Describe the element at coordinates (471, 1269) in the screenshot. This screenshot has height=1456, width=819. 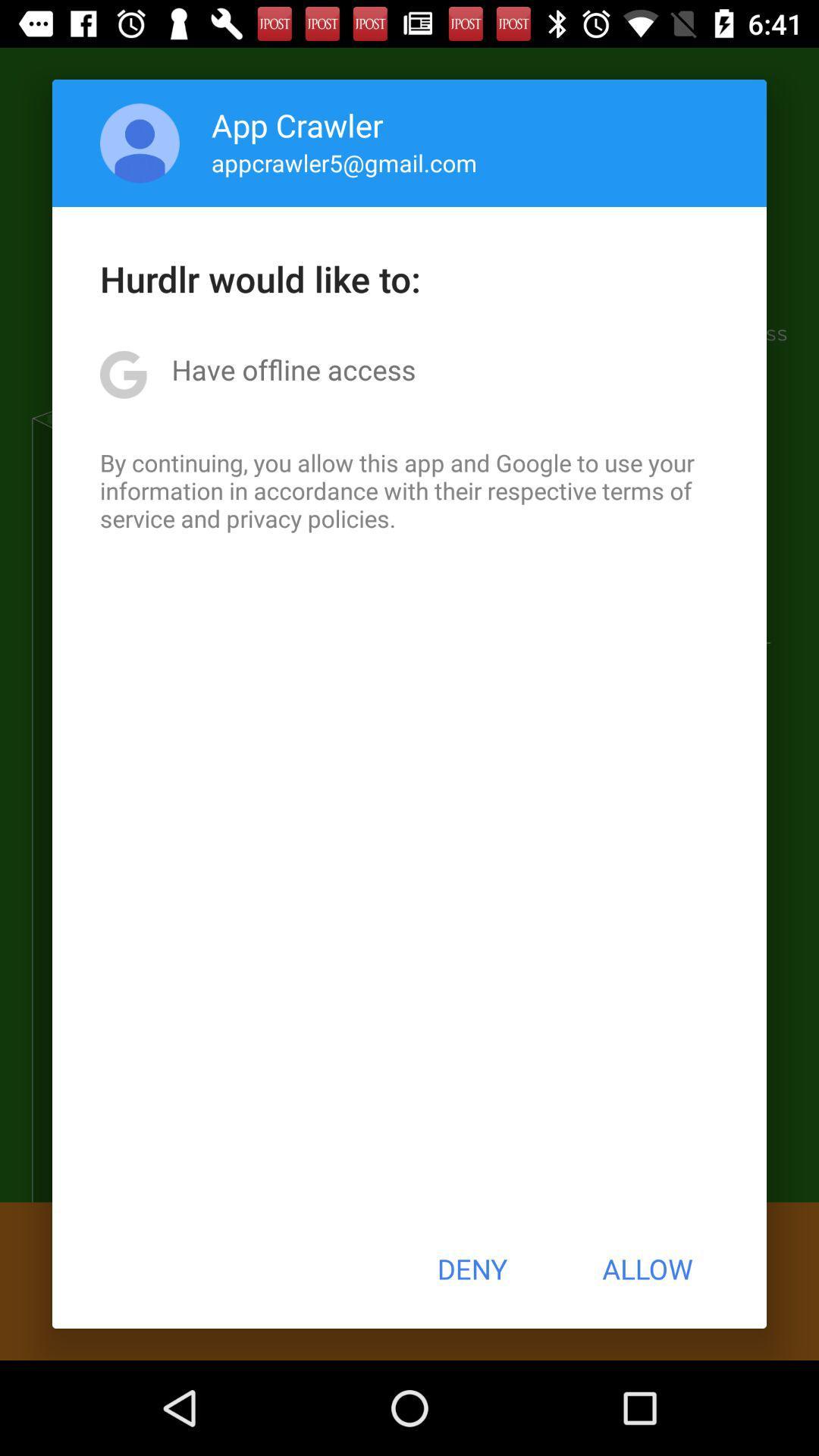
I see `the deny` at that location.